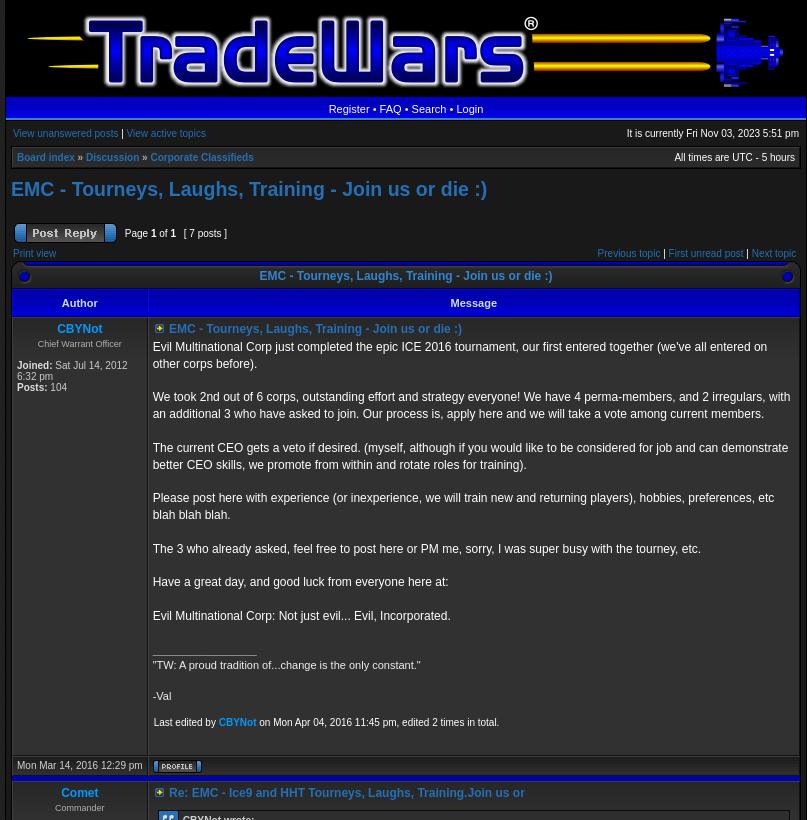 This screenshot has height=820, width=807. I want to click on 'of', so click(163, 231).